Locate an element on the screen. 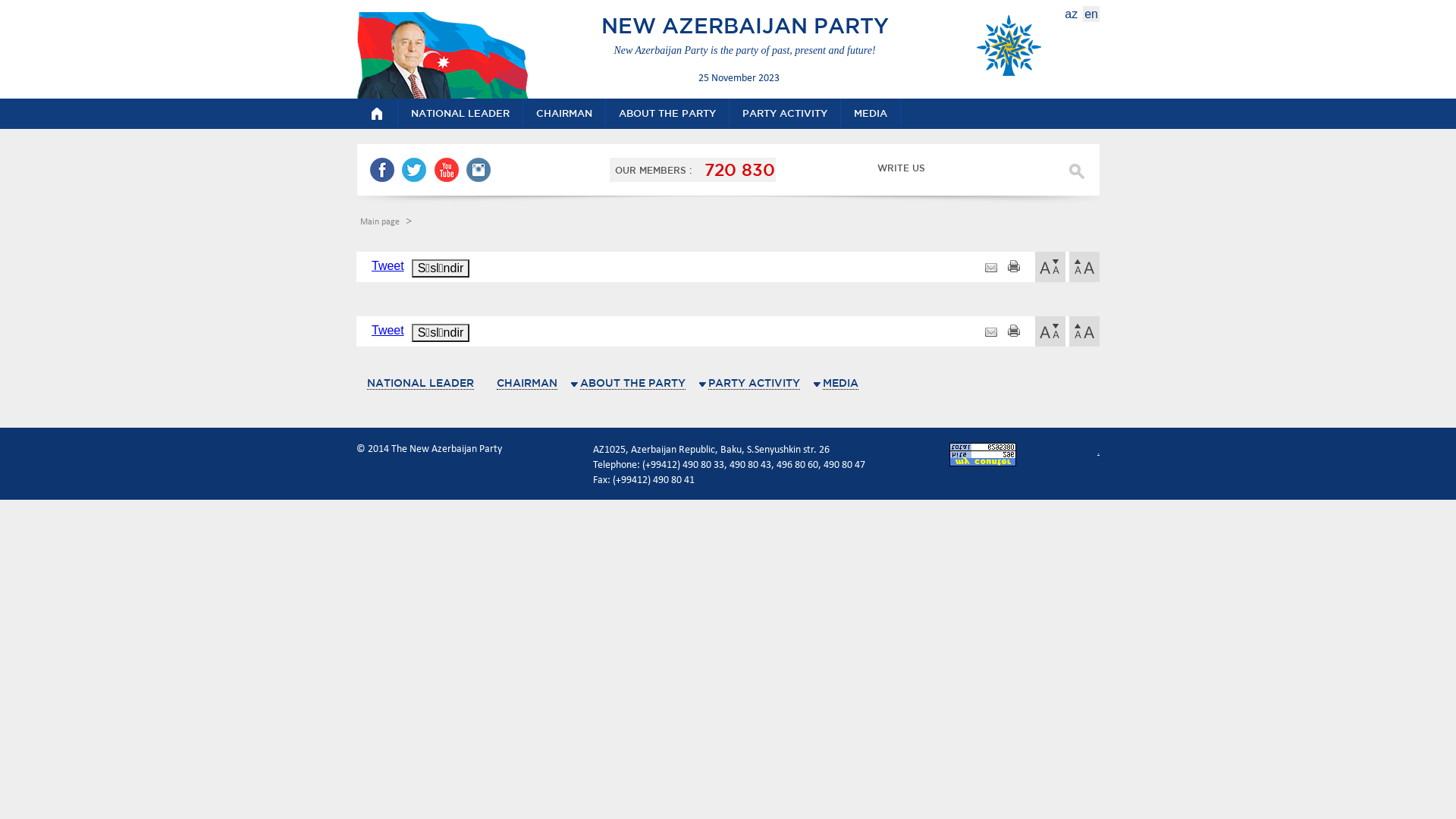 The image size is (1456, 819). 'print' is located at coordinates (1014, 331).